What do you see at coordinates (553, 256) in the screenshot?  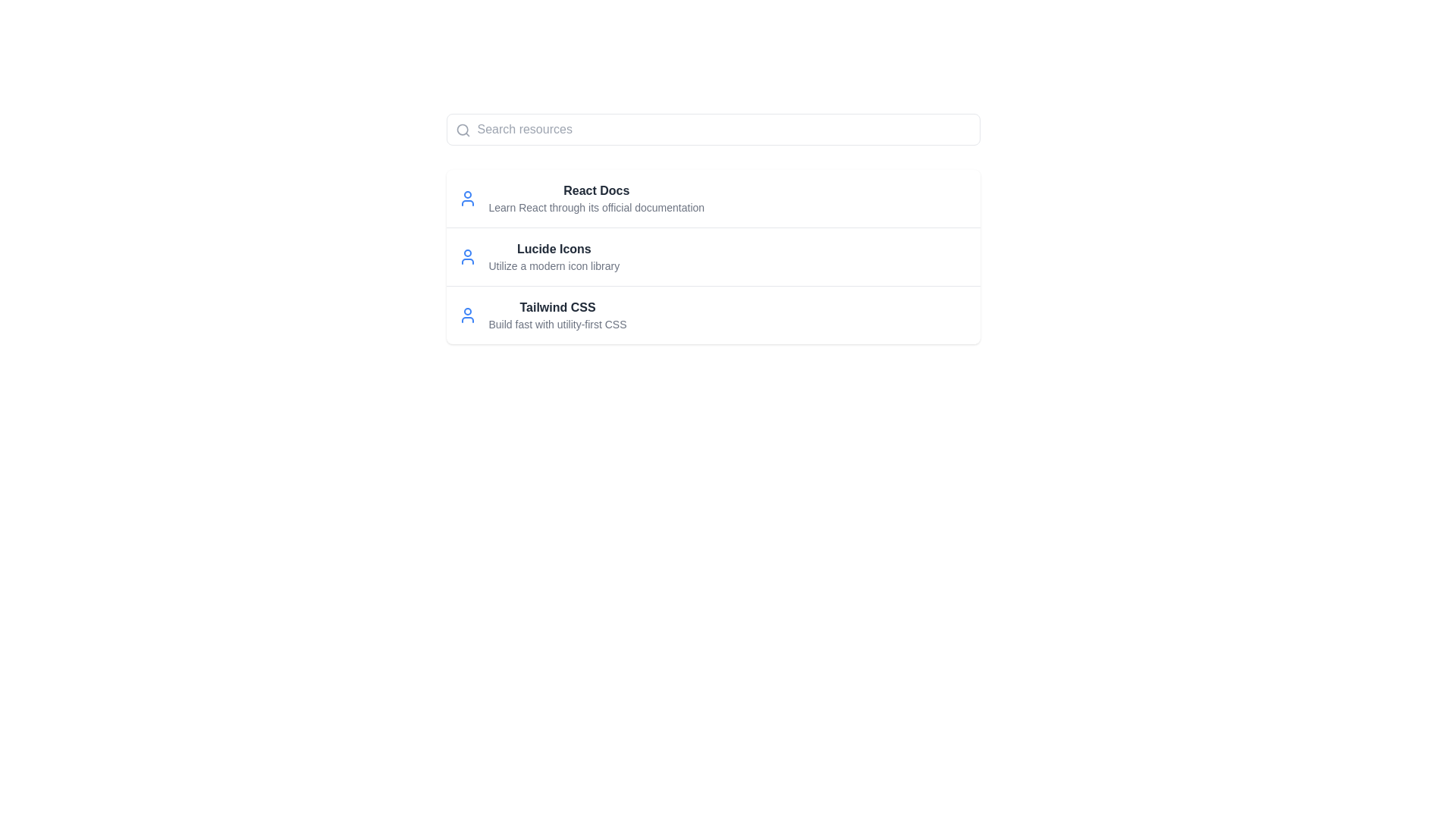 I see `the Text block element that displays 'Lucide Icons' in bold and 'Utilize a modern icon library' in a smaller gray font, positioned as the second item in a list of resources` at bounding box center [553, 256].